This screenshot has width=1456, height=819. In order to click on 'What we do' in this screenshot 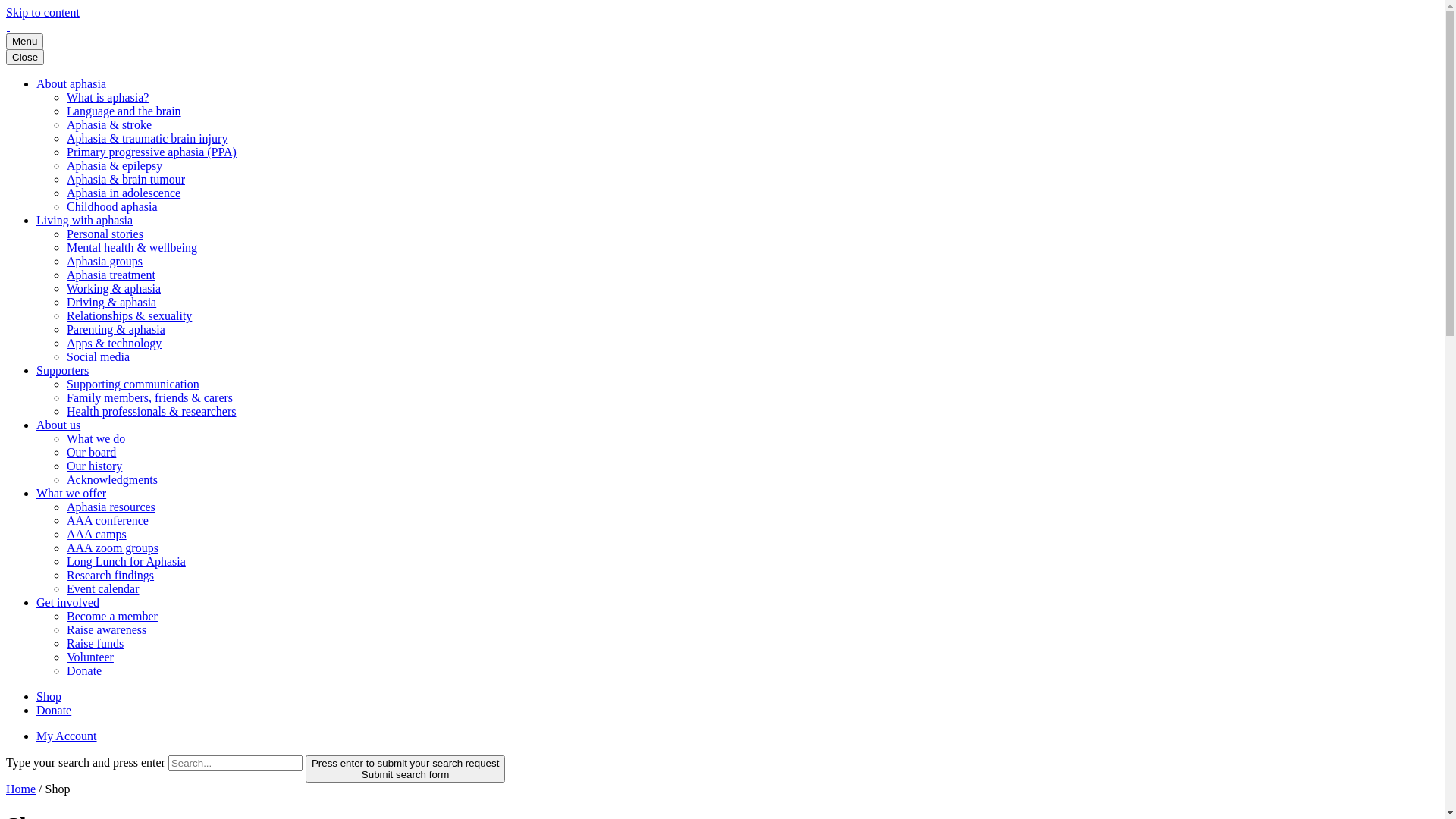, I will do `click(65, 438)`.